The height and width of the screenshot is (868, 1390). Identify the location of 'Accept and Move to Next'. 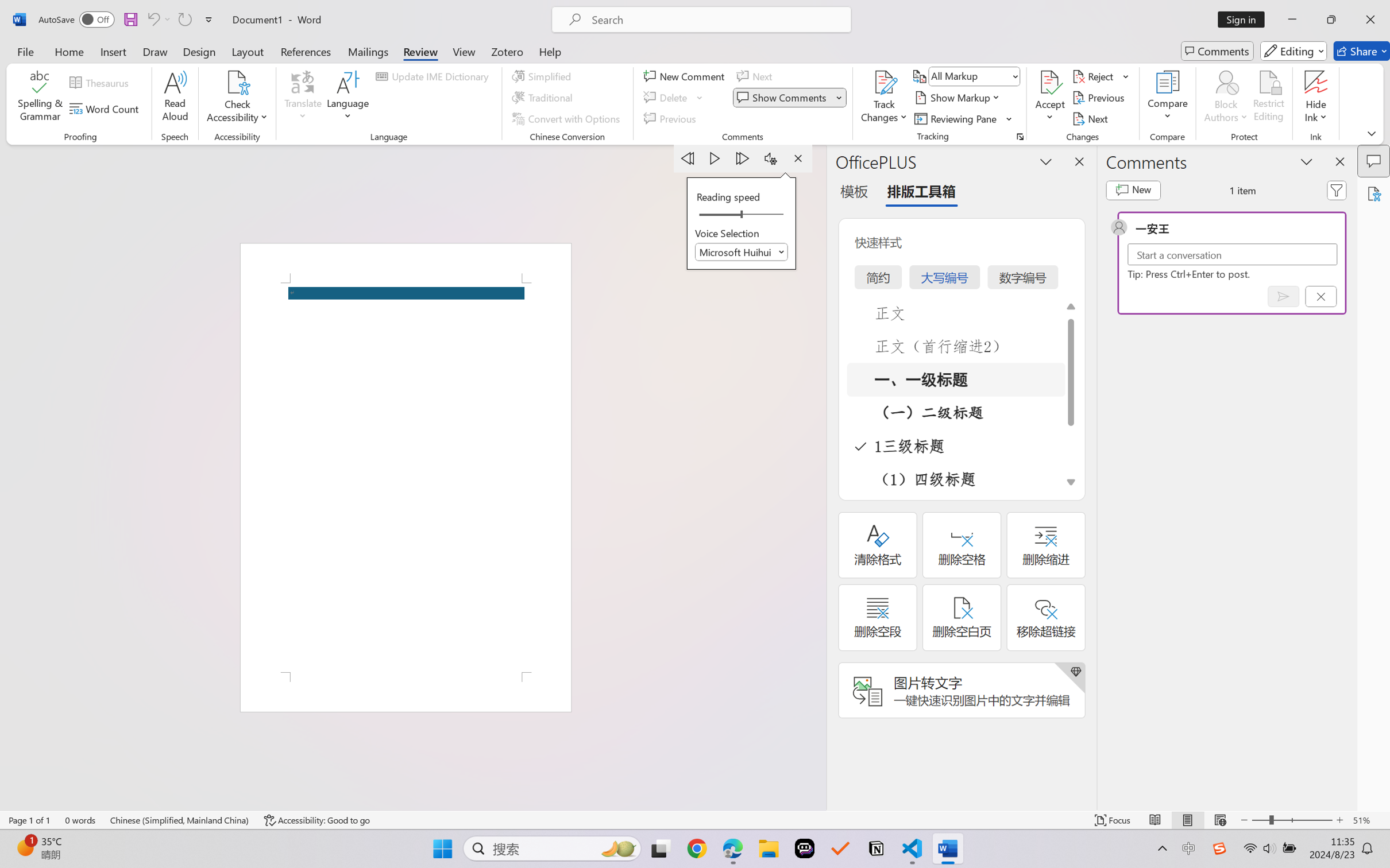
(1049, 82).